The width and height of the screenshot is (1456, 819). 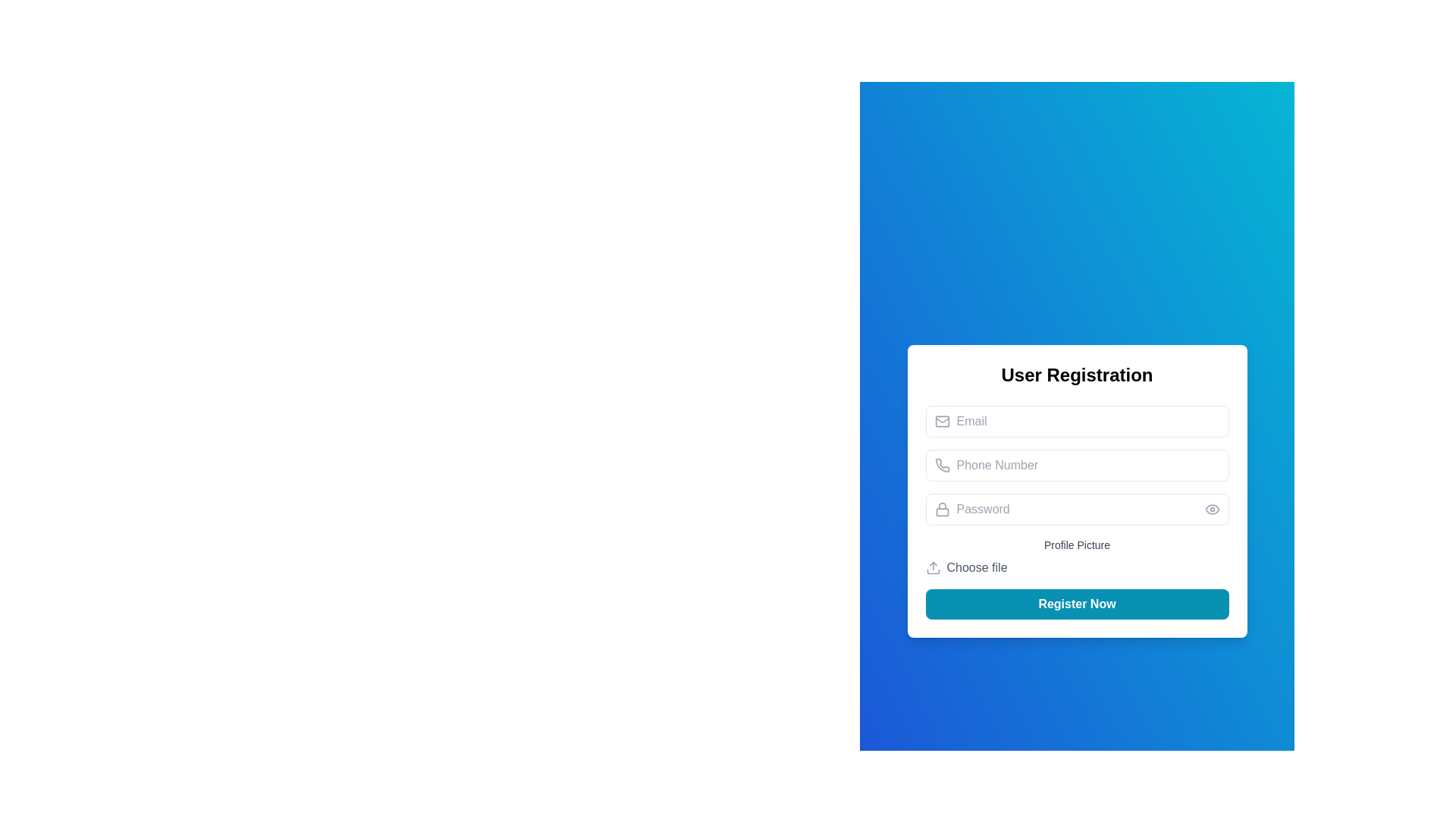 I want to click on the label indicating file selection, which is positioned below the 'Profile Picture' label and above the 'Register Now' button in the user registration form, so click(x=977, y=567).